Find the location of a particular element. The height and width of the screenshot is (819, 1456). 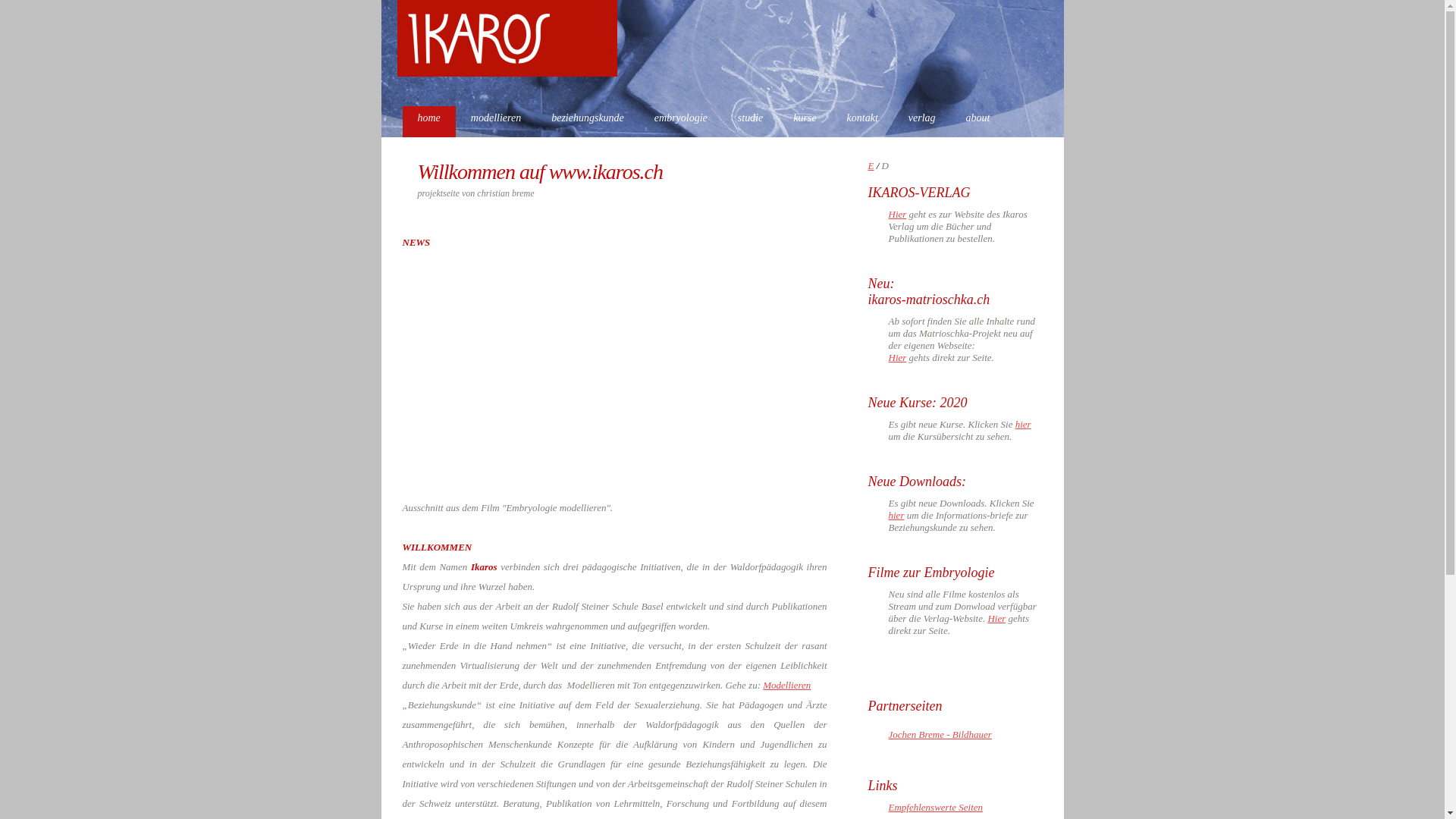

'Modellieren' is located at coordinates (786, 685).